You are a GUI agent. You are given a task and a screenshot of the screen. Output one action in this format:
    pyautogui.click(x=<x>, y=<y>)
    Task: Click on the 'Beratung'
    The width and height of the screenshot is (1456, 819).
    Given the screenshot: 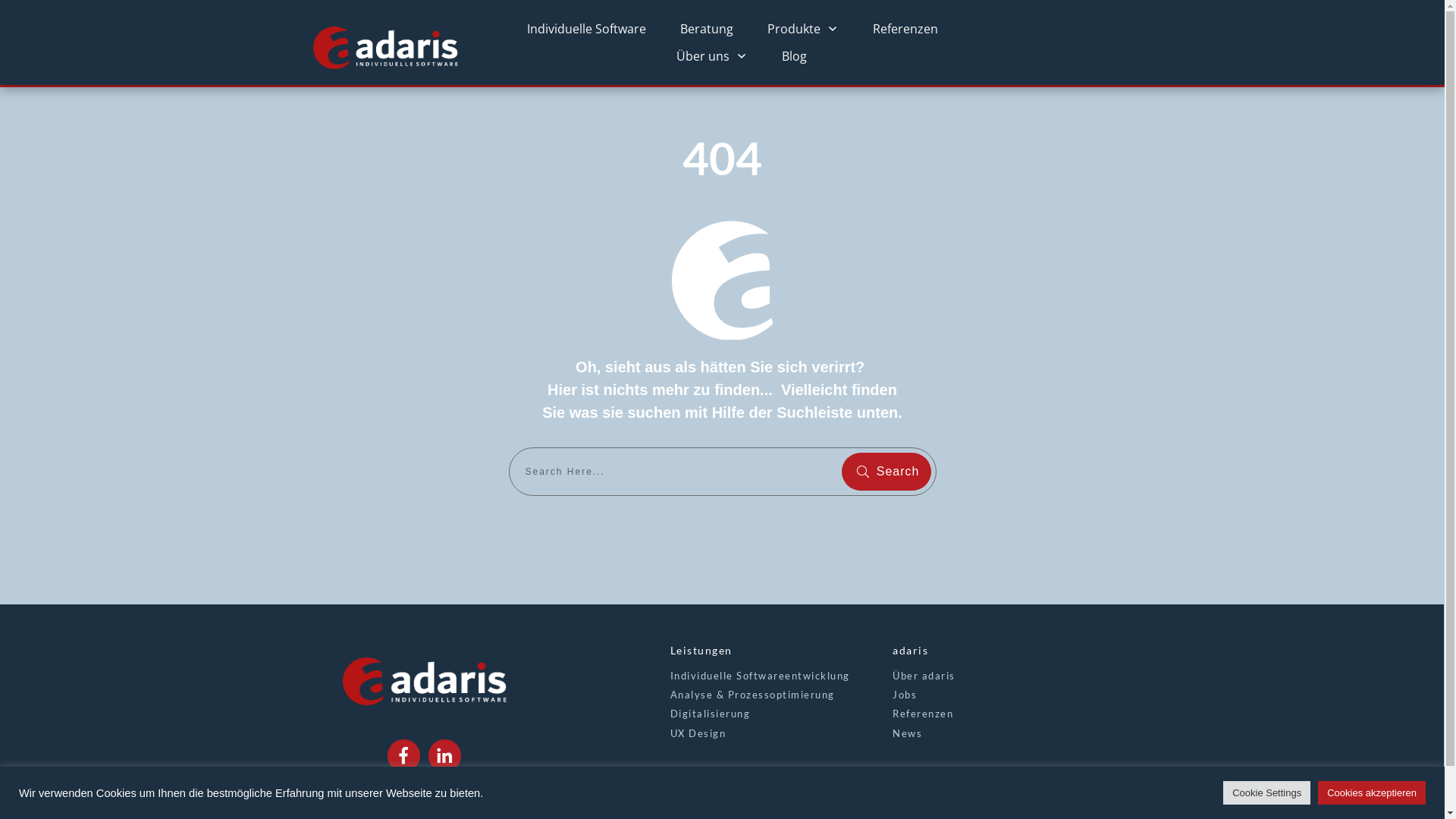 What is the action you would take?
    pyautogui.click(x=705, y=29)
    